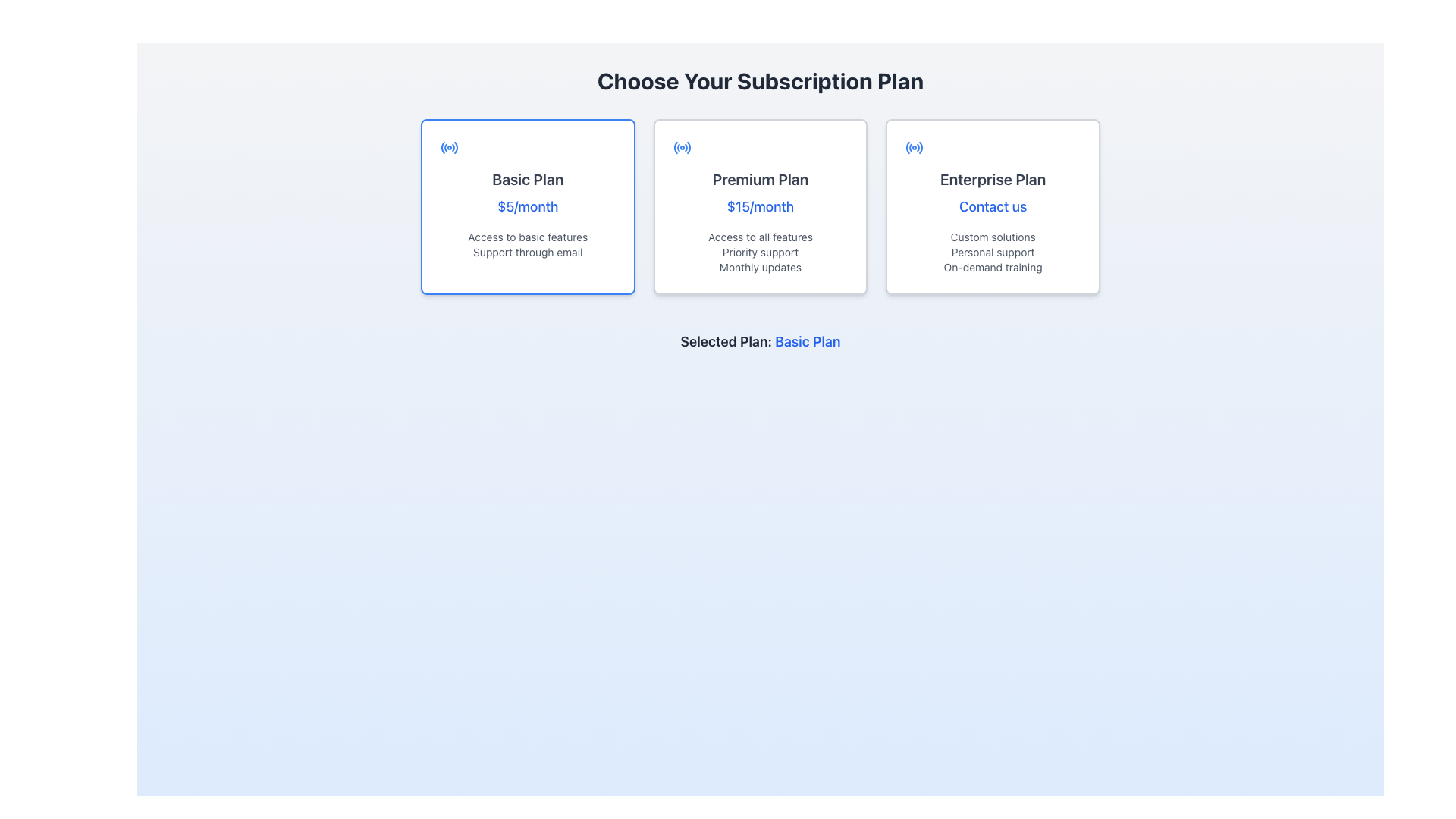  I want to click on the 'Premium Plan' subscription card, which is the second card in a row of three subscription options, so click(761, 207).